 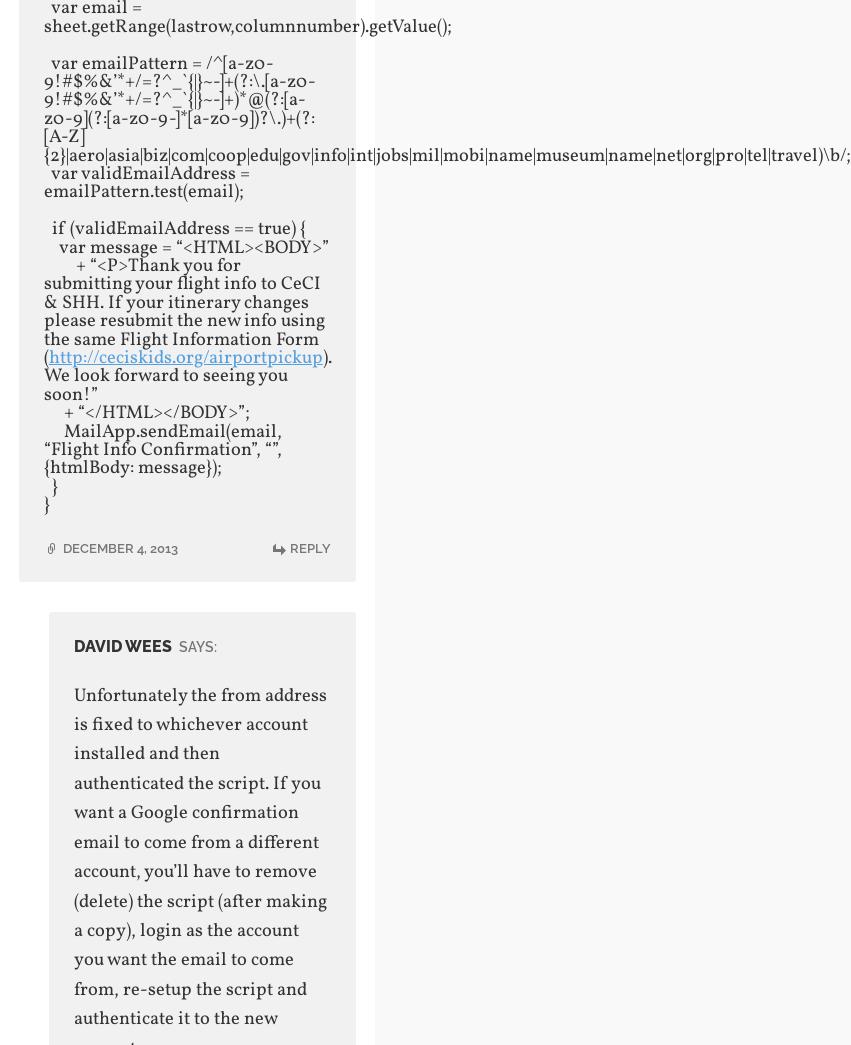 I want to click on 'MailApp.sendEmail(email, “Flight Info Confirmation”, “”, {htmlBody: message});', so click(x=161, y=449).